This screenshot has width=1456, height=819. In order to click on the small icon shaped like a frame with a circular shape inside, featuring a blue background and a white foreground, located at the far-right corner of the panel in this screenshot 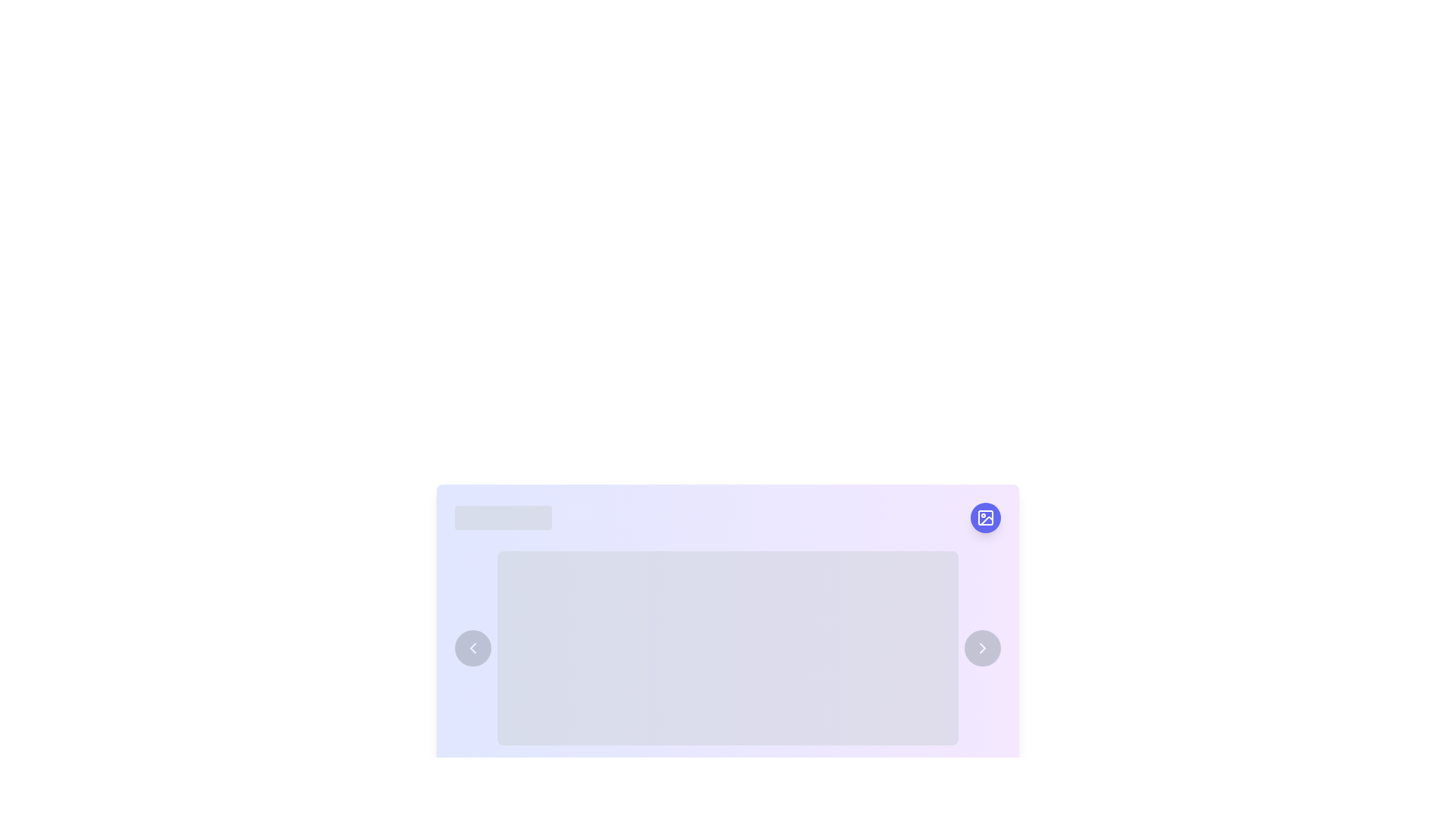, I will do `click(985, 516)`.